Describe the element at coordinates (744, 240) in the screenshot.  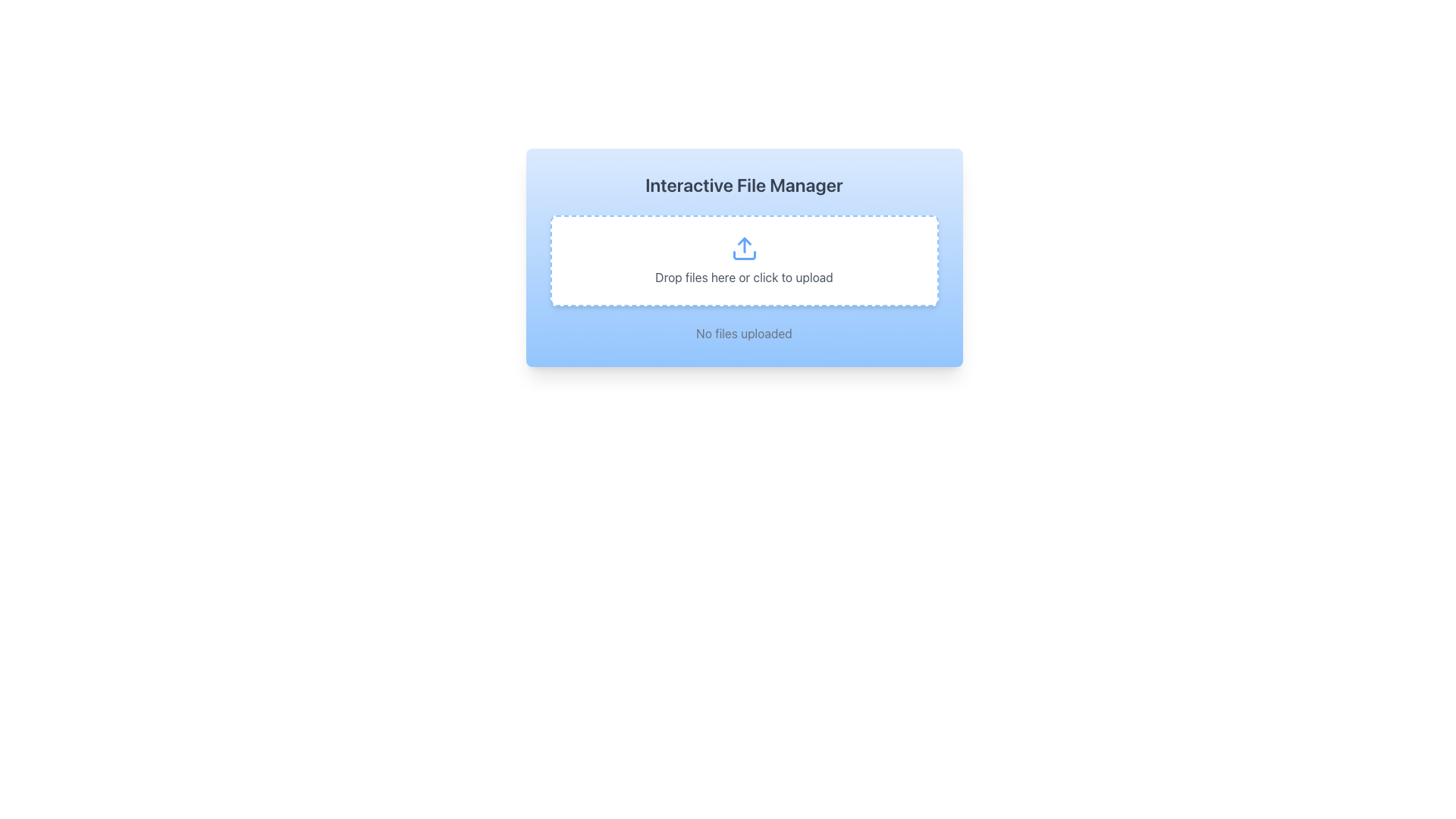
I see `the upward-oriented blue triangle icon, which is part of the upload icon in the central interactive file upload area` at that location.